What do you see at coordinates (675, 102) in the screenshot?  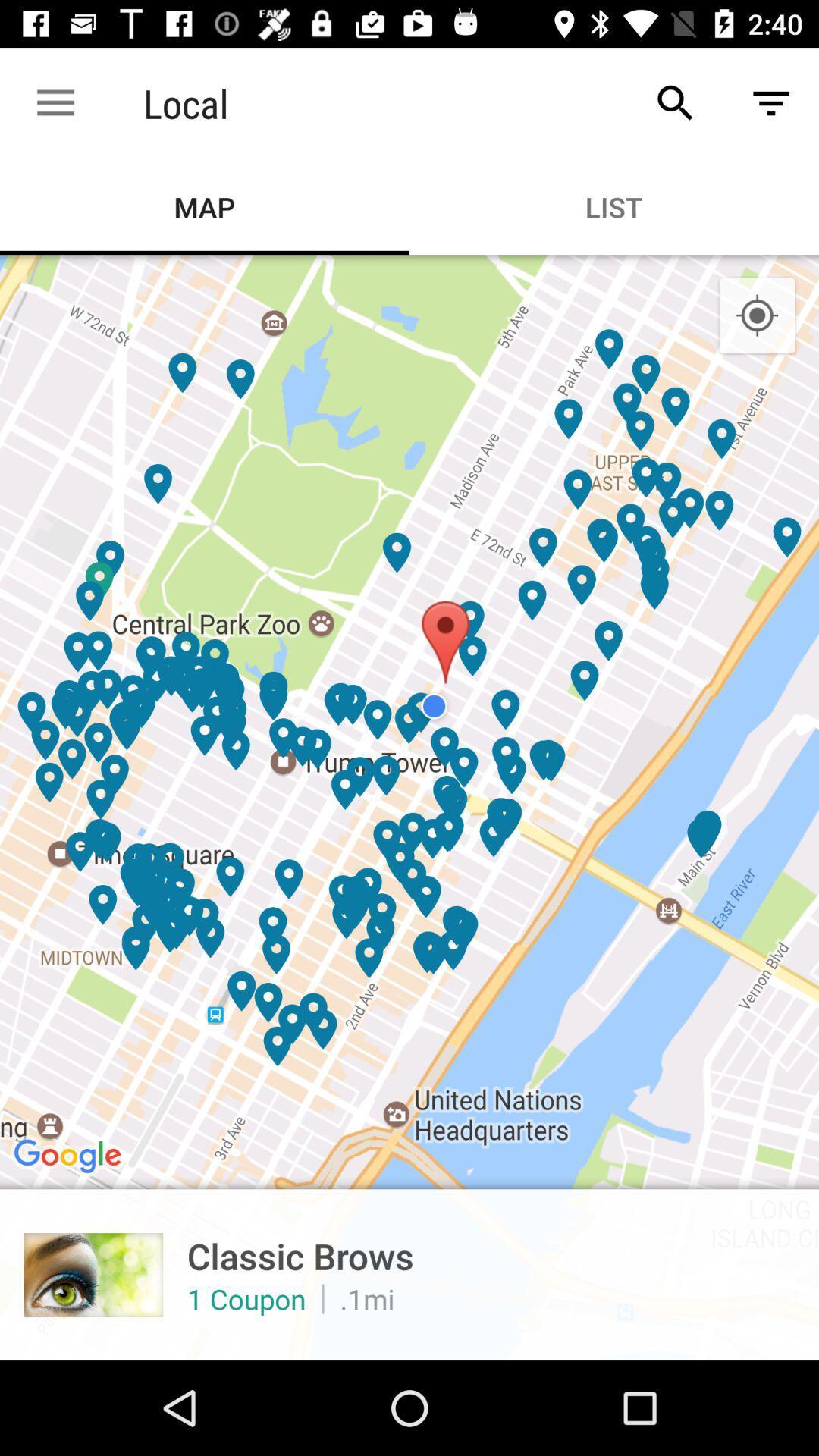 I see `the app next to local icon` at bounding box center [675, 102].